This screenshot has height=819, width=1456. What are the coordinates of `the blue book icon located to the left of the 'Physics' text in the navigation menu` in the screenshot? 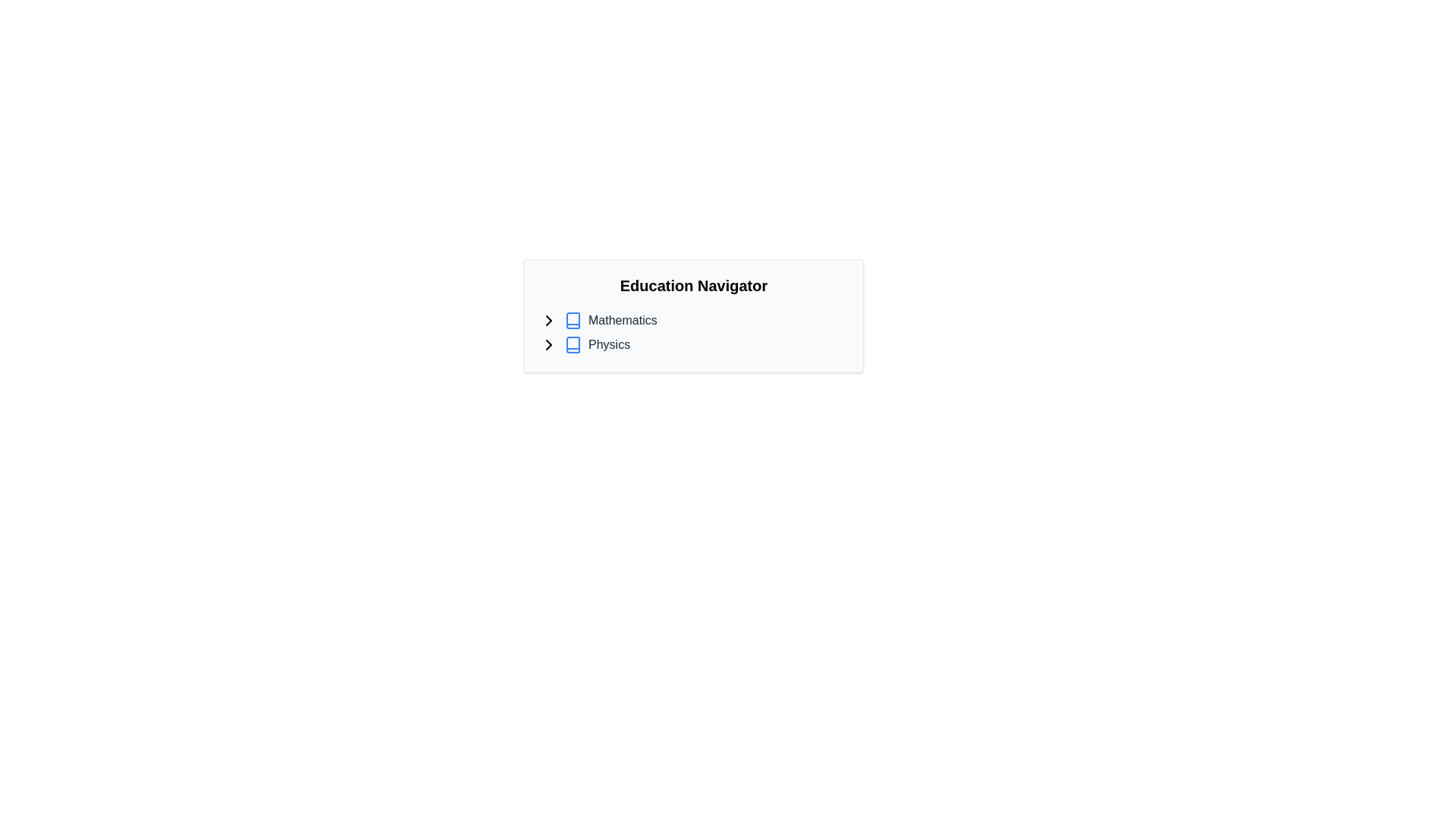 It's located at (572, 345).